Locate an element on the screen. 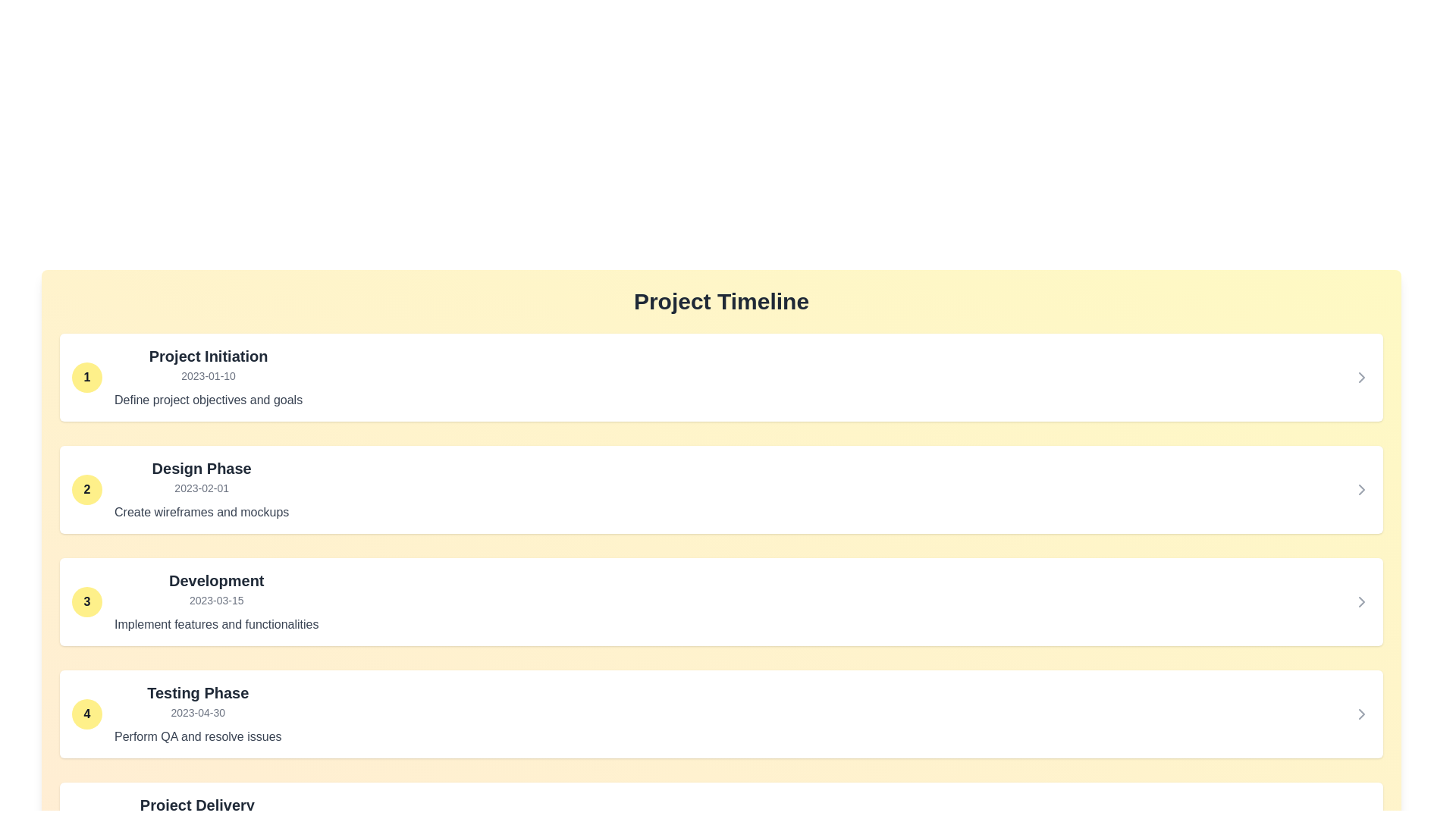 This screenshot has height=819, width=1456. the small right-pointing chevron icon styled as an outline, located at the rightmost side of the 'Design Phase' item in the 'Project Timeline' list is located at coordinates (1361, 489).